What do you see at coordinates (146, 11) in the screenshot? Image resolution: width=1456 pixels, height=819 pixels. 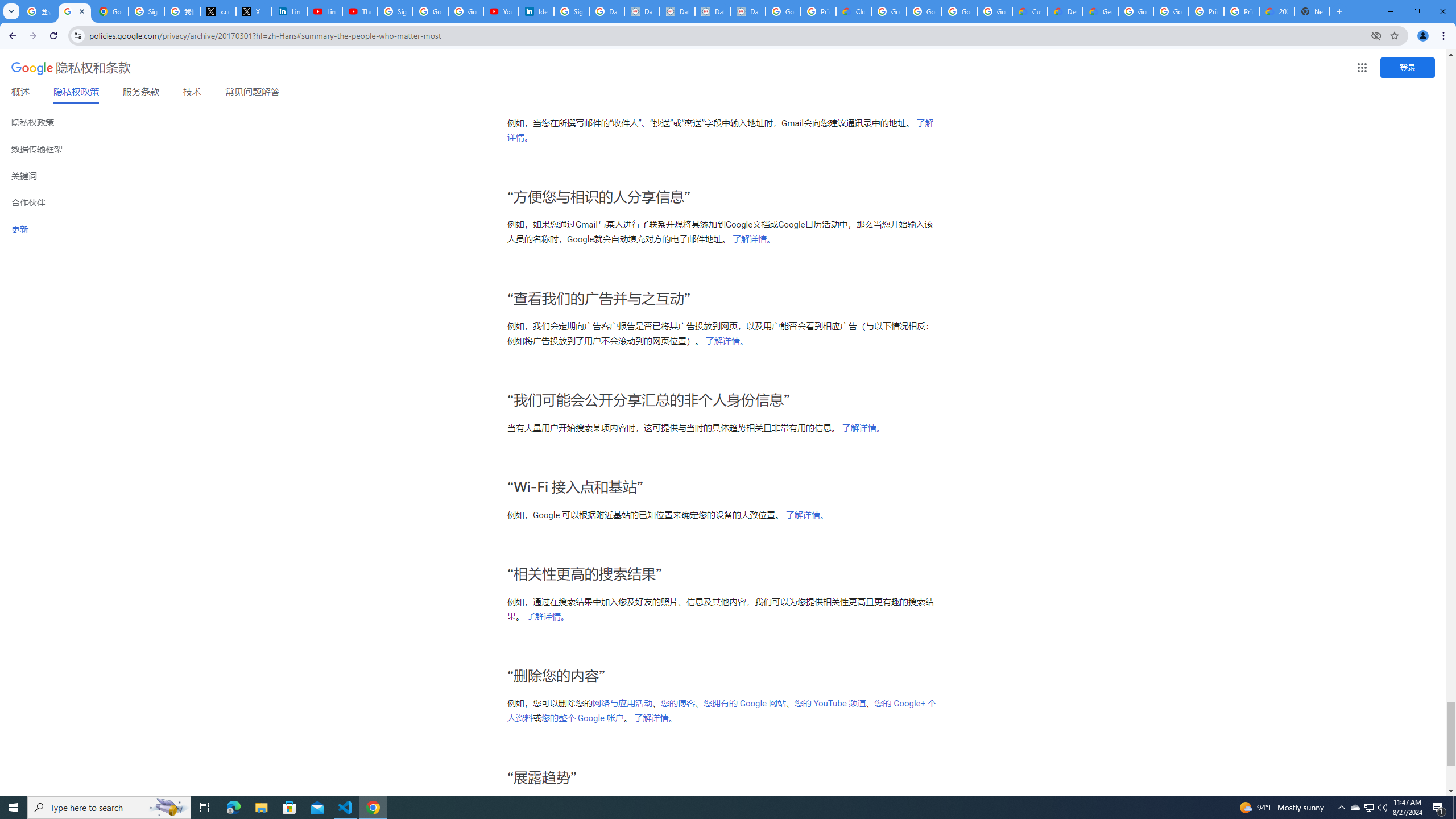 I see `'Sign in - Google Accounts'` at bounding box center [146, 11].